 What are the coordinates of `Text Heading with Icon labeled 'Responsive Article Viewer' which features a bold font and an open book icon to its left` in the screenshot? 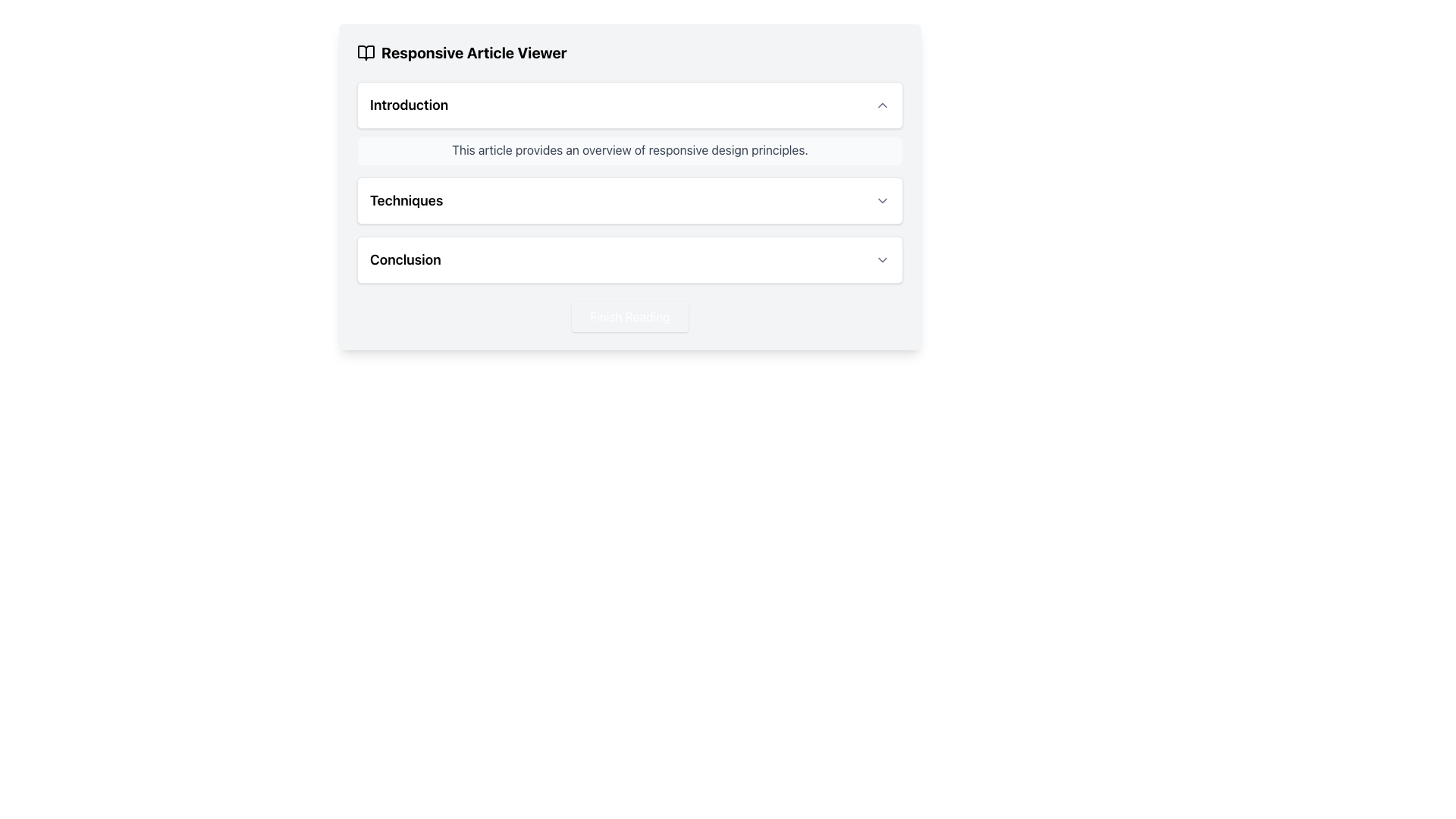 It's located at (629, 52).